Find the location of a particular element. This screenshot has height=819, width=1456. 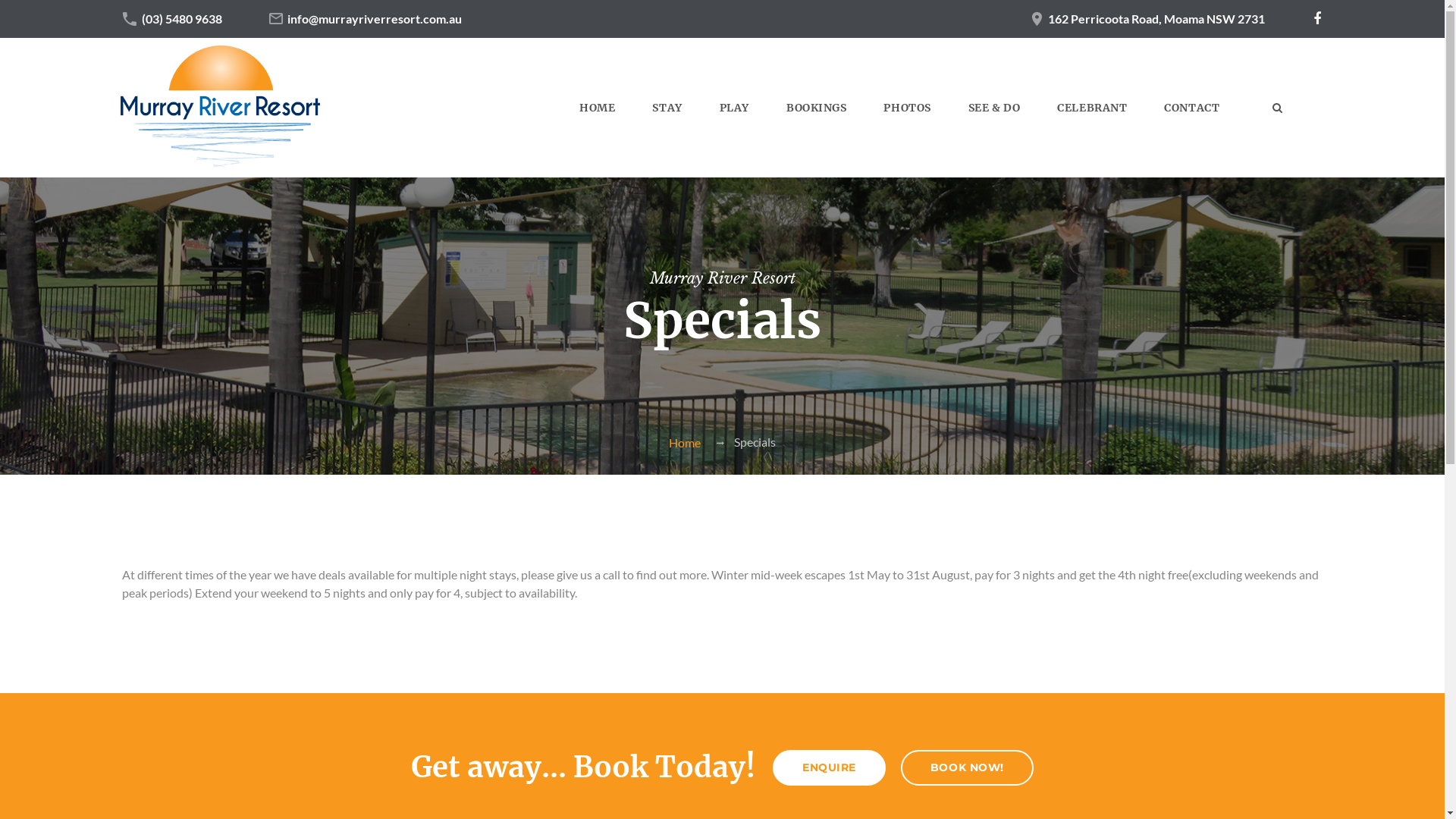

'CONTACT' is located at coordinates (1191, 107).